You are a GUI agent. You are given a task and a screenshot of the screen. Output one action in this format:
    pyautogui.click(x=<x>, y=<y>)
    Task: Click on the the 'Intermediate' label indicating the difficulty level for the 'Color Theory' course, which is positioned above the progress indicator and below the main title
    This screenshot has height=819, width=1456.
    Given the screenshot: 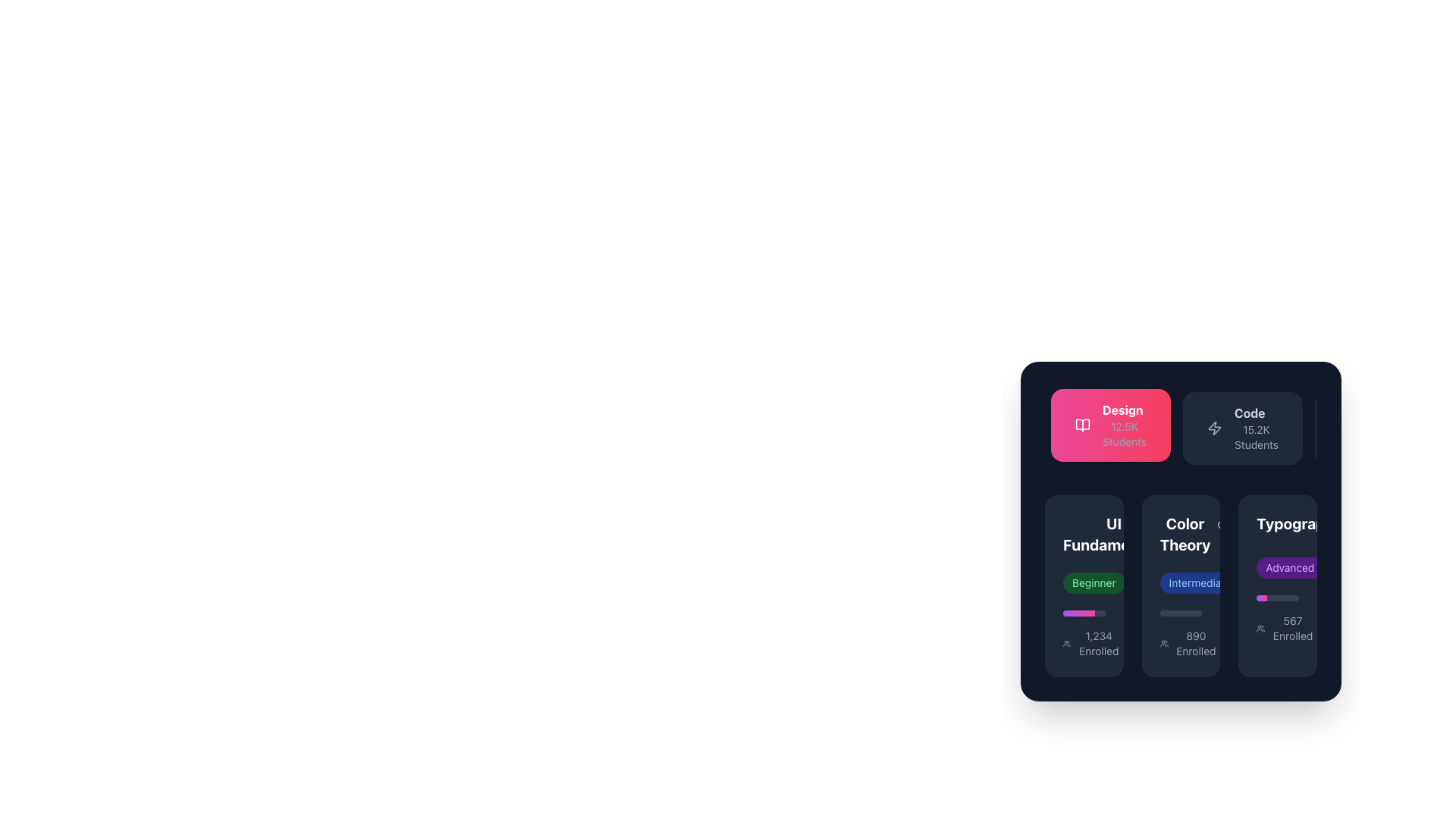 What is the action you would take?
    pyautogui.click(x=1199, y=582)
    